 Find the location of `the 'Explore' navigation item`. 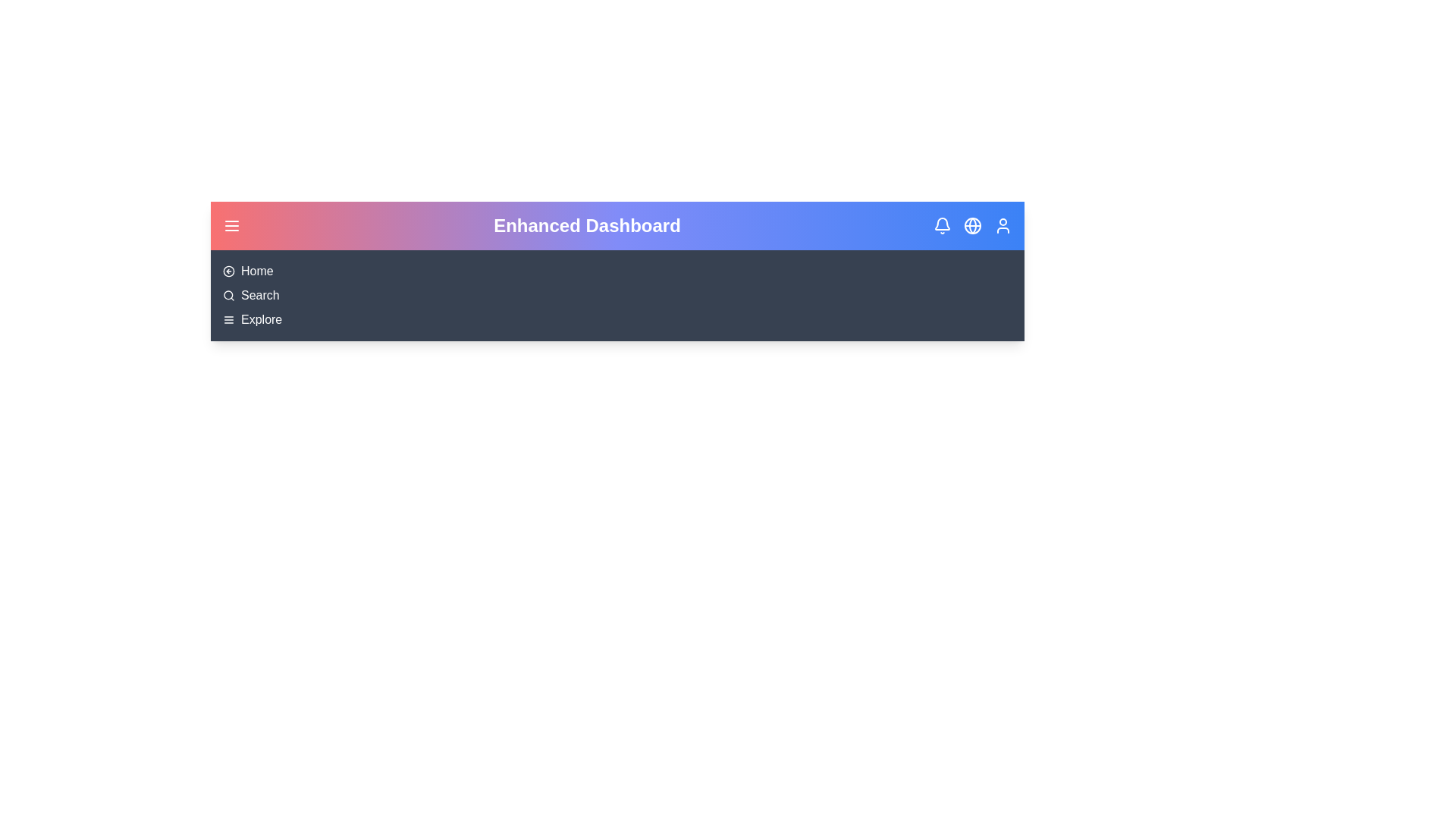

the 'Explore' navigation item is located at coordinates (262, 318).